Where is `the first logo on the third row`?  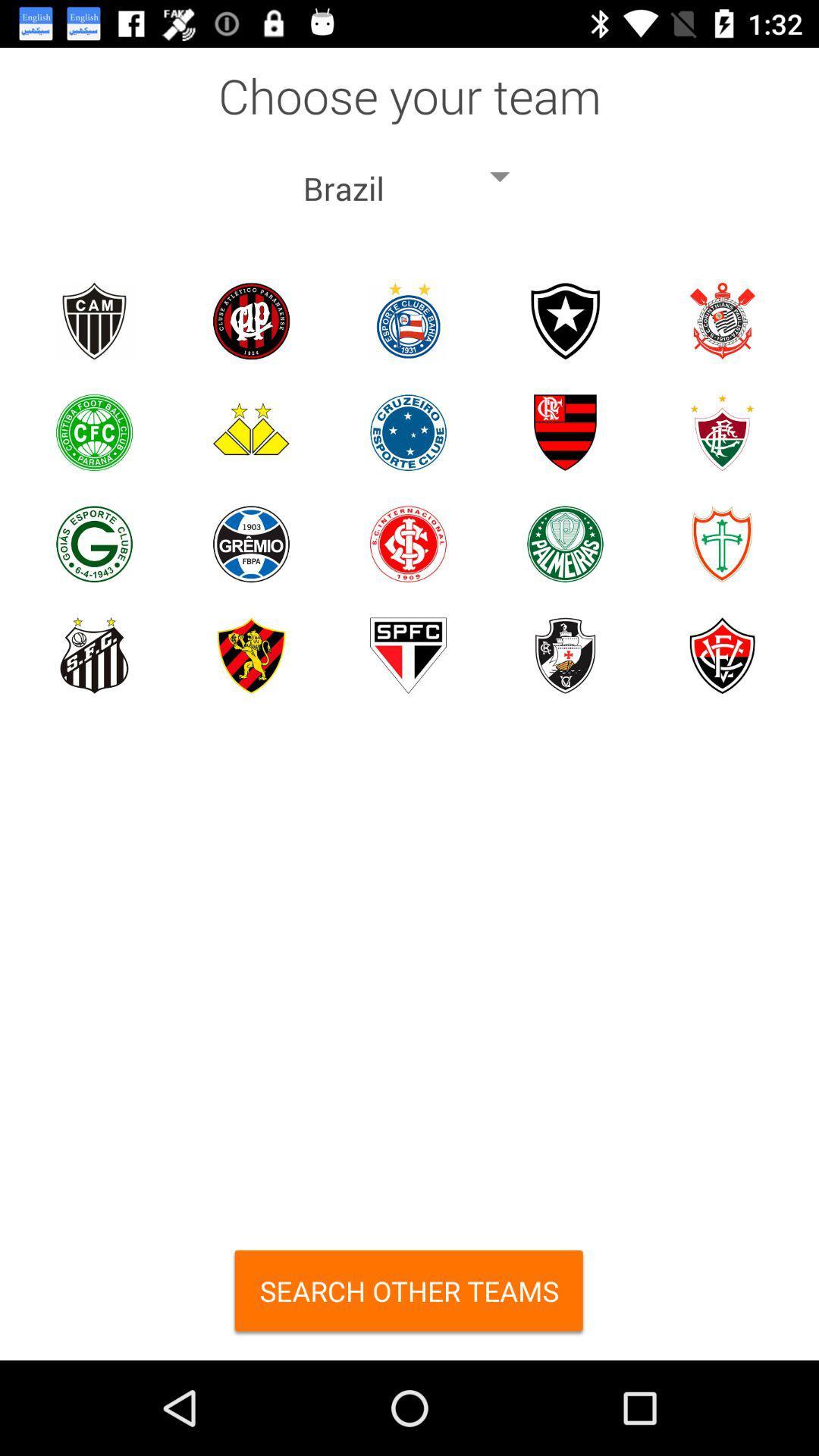 the first logo on the third row is located at coordinates (94, 544).